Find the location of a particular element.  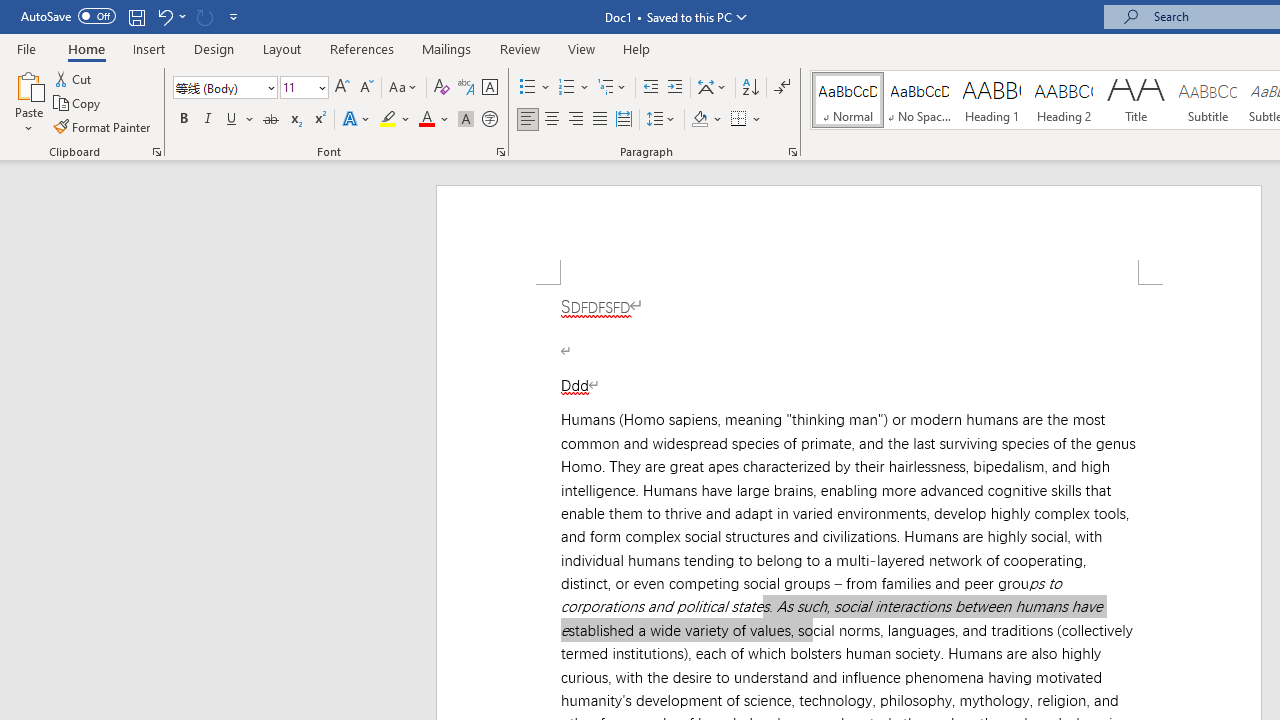

'Font...' is located at coordinates (501, 150).